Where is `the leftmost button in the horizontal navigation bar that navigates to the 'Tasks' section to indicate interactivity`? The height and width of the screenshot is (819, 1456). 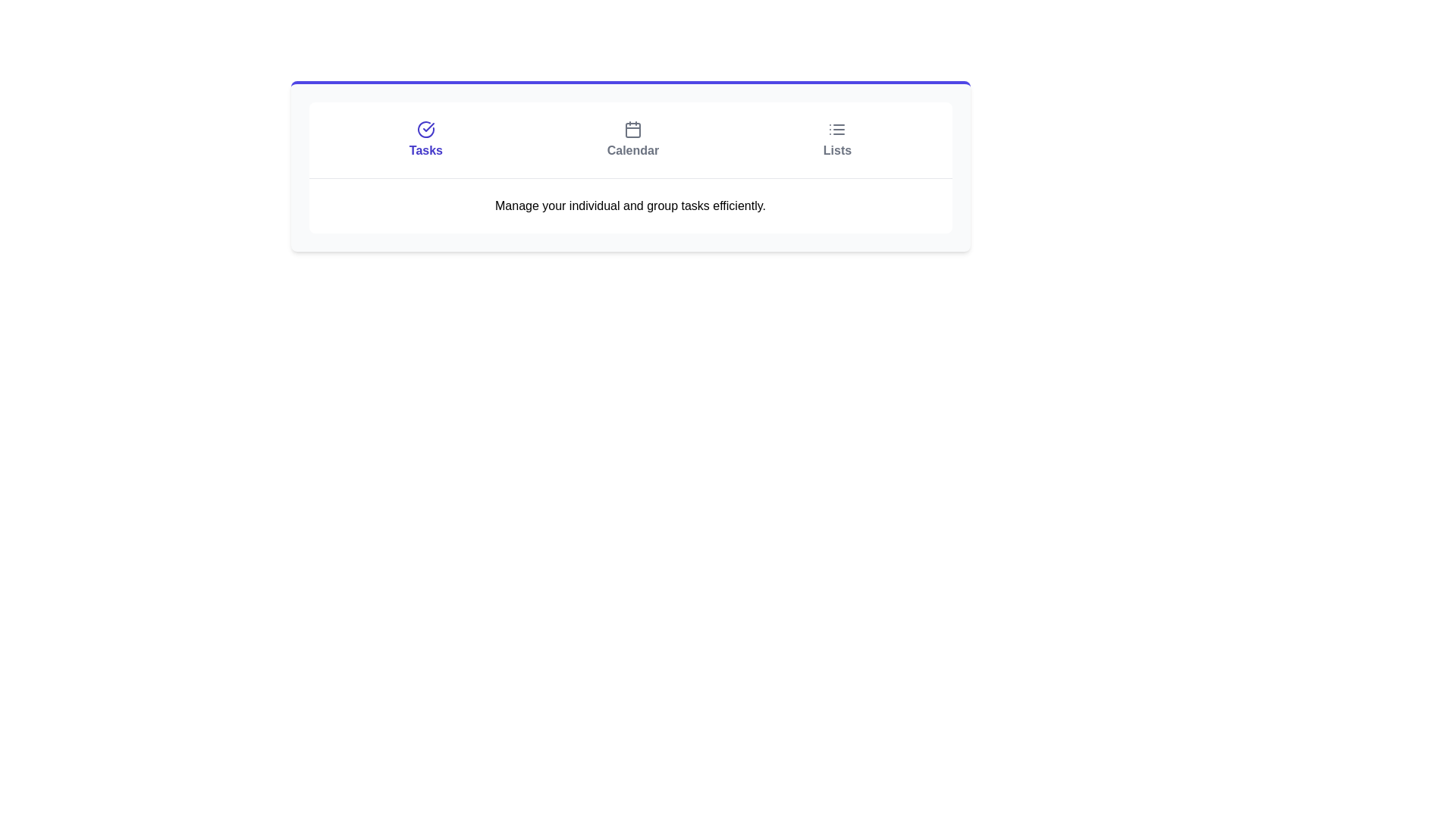 the leftmost button in the horizontal navigation bar that navigates to the 'Tasks' section to indicate interactivity is located at coordinates (425, 140).